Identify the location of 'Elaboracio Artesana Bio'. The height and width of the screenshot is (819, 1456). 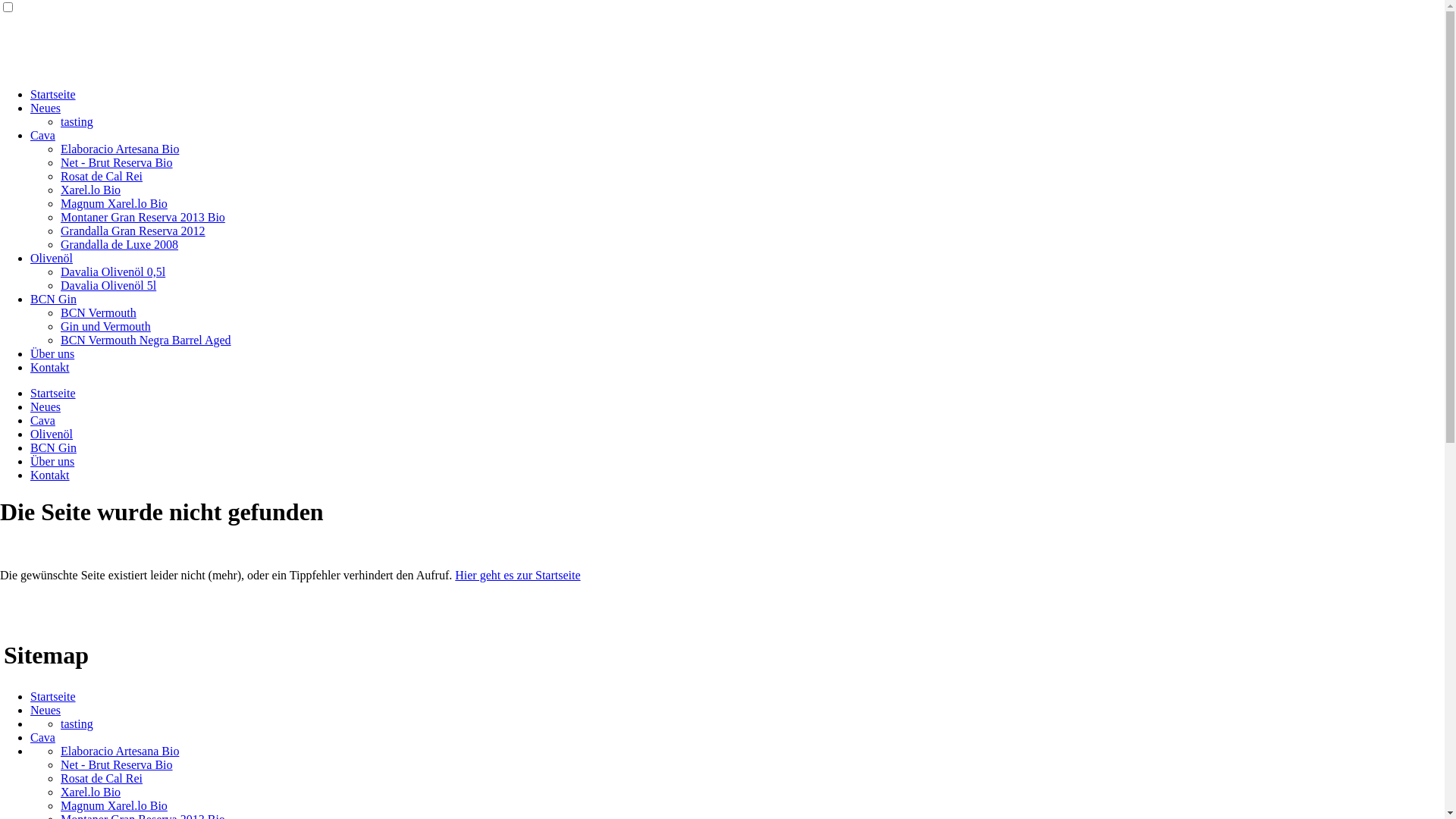
(61, 149).